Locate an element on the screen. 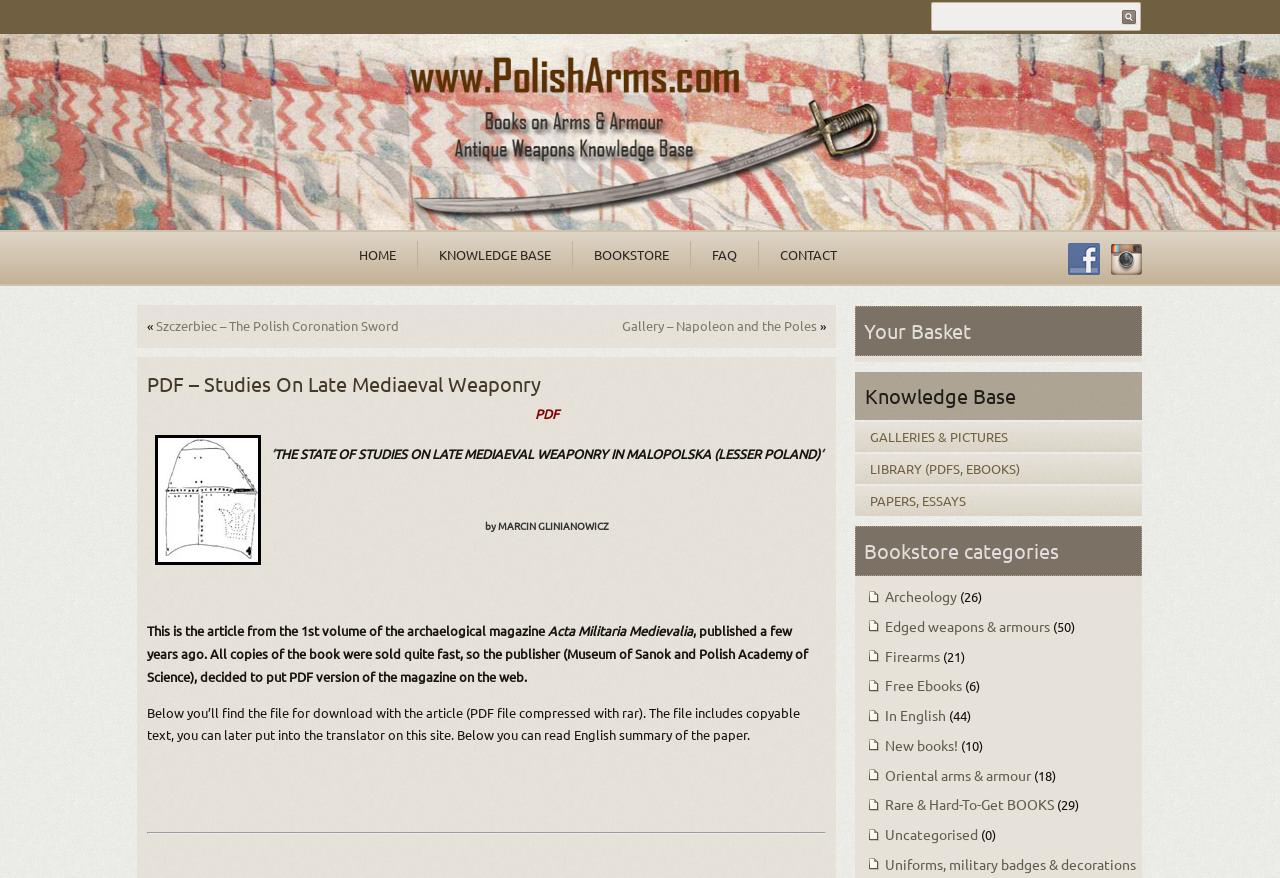 This screenshot has height=878, width=1280. 'PDF – Studies On Late Mediaeval Weaponry' is located at coordinates (343, 381).